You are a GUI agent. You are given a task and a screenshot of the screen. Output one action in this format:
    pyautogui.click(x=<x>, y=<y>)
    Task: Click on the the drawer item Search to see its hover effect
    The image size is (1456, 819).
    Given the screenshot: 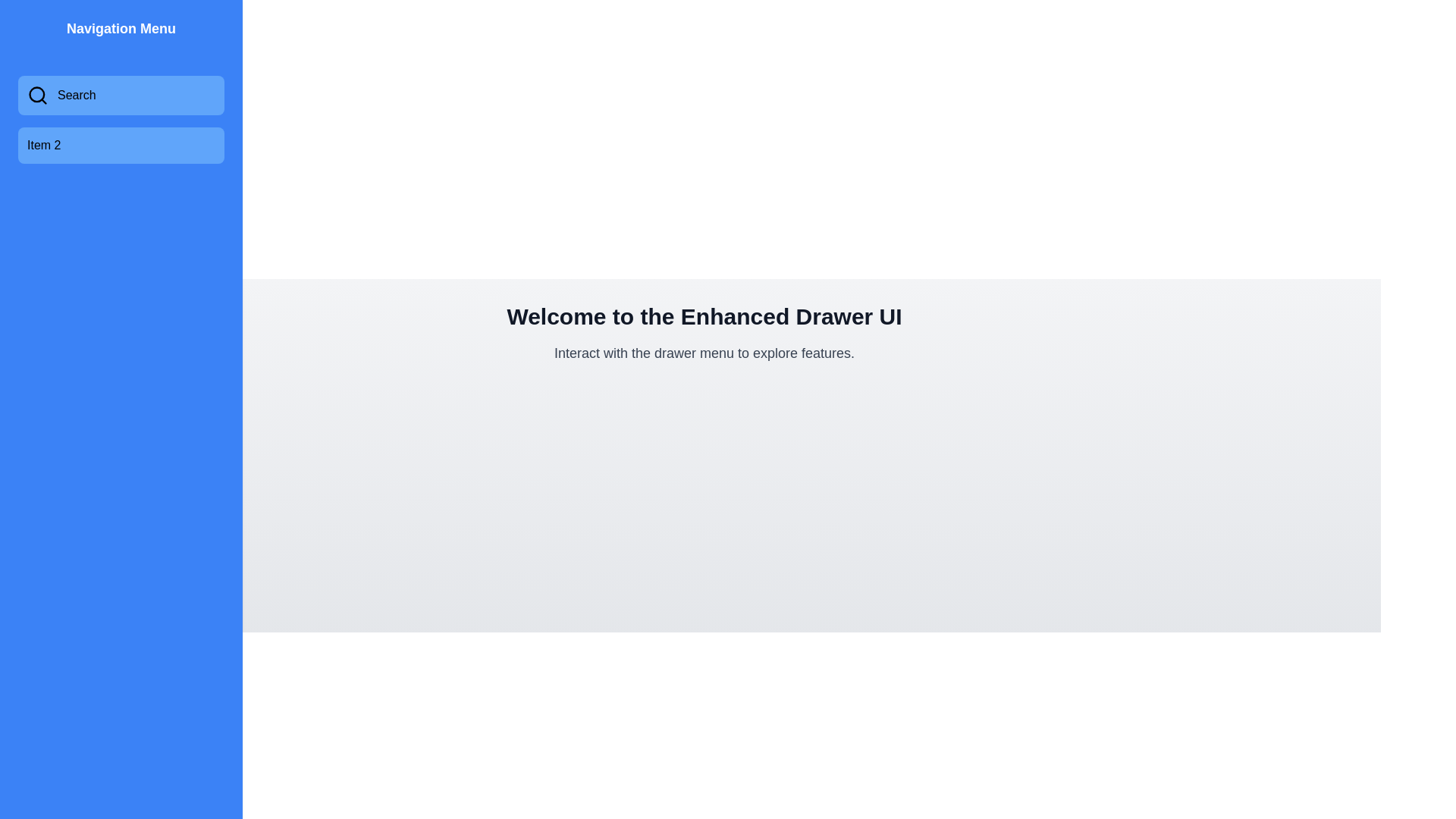 What is the action you would take?
    pyautogui.click(x=120, y=96)
    